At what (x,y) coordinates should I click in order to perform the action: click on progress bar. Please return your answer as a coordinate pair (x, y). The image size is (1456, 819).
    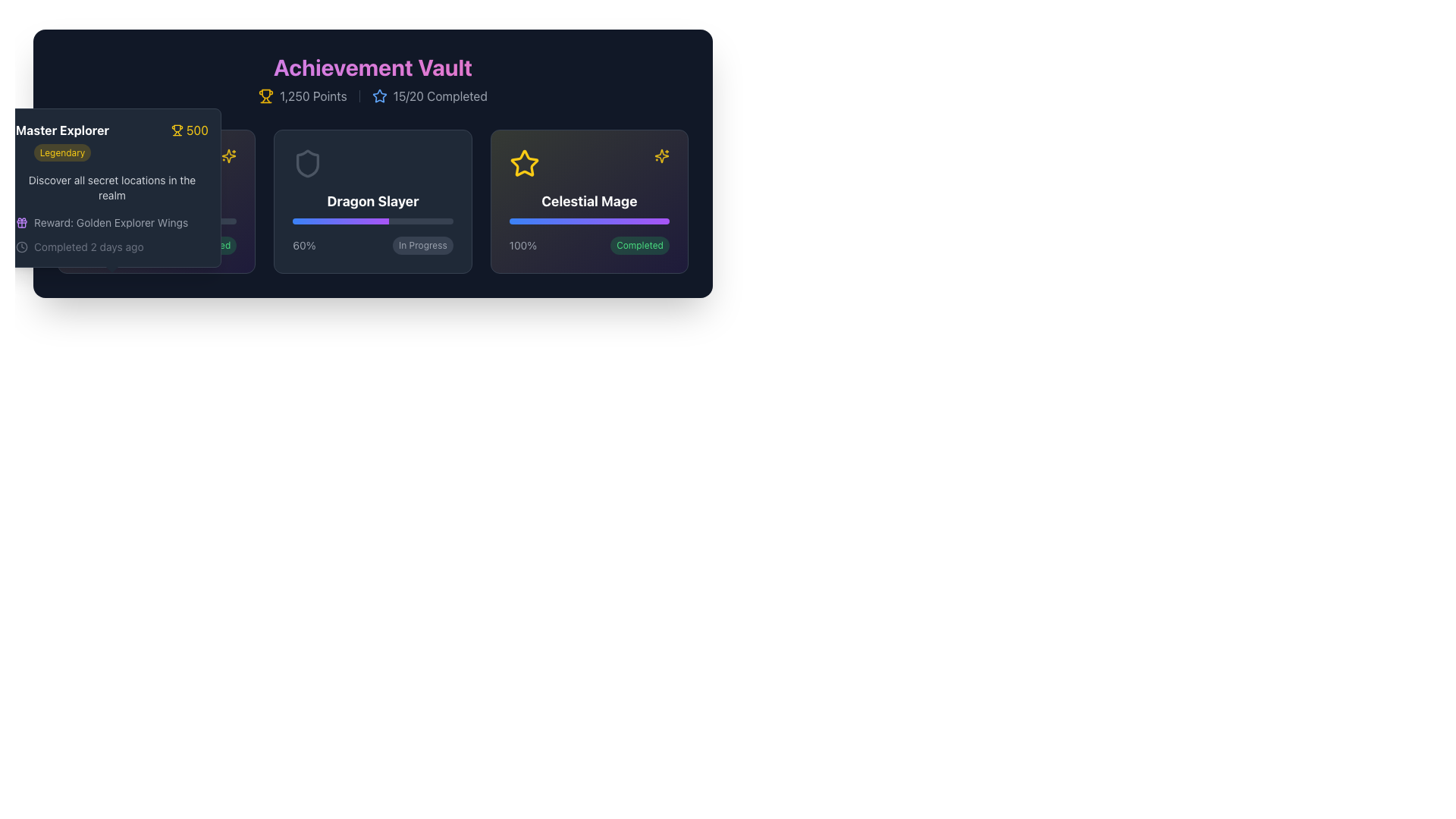
    Looking at the image, I should click on (300, 221).